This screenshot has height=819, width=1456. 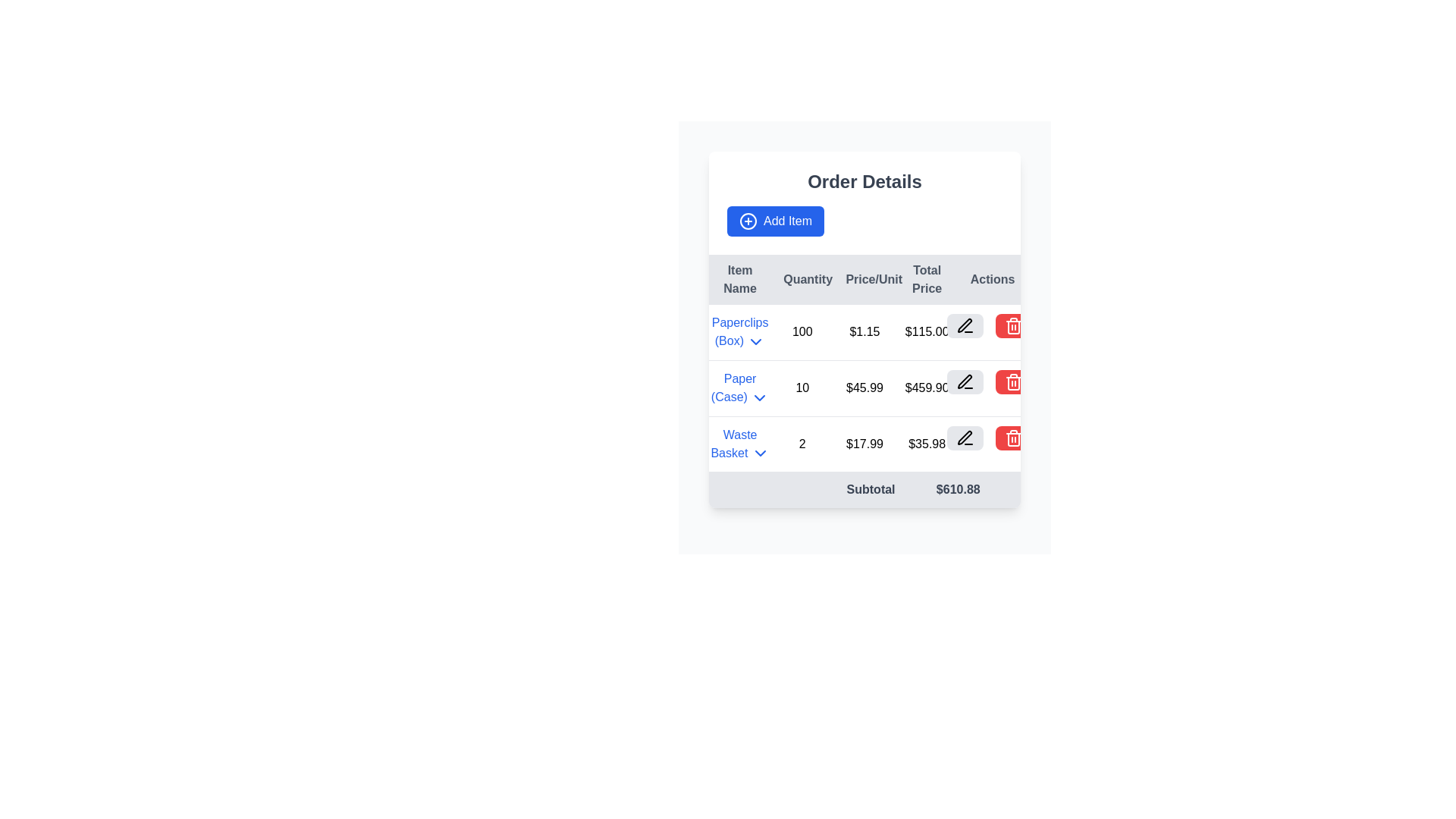 What do you see at coordinates (740, 331) in the screenshot?
I see `the Dropdown label displaying 'Paperclips (Box)'` at bounding box center [740, 331].